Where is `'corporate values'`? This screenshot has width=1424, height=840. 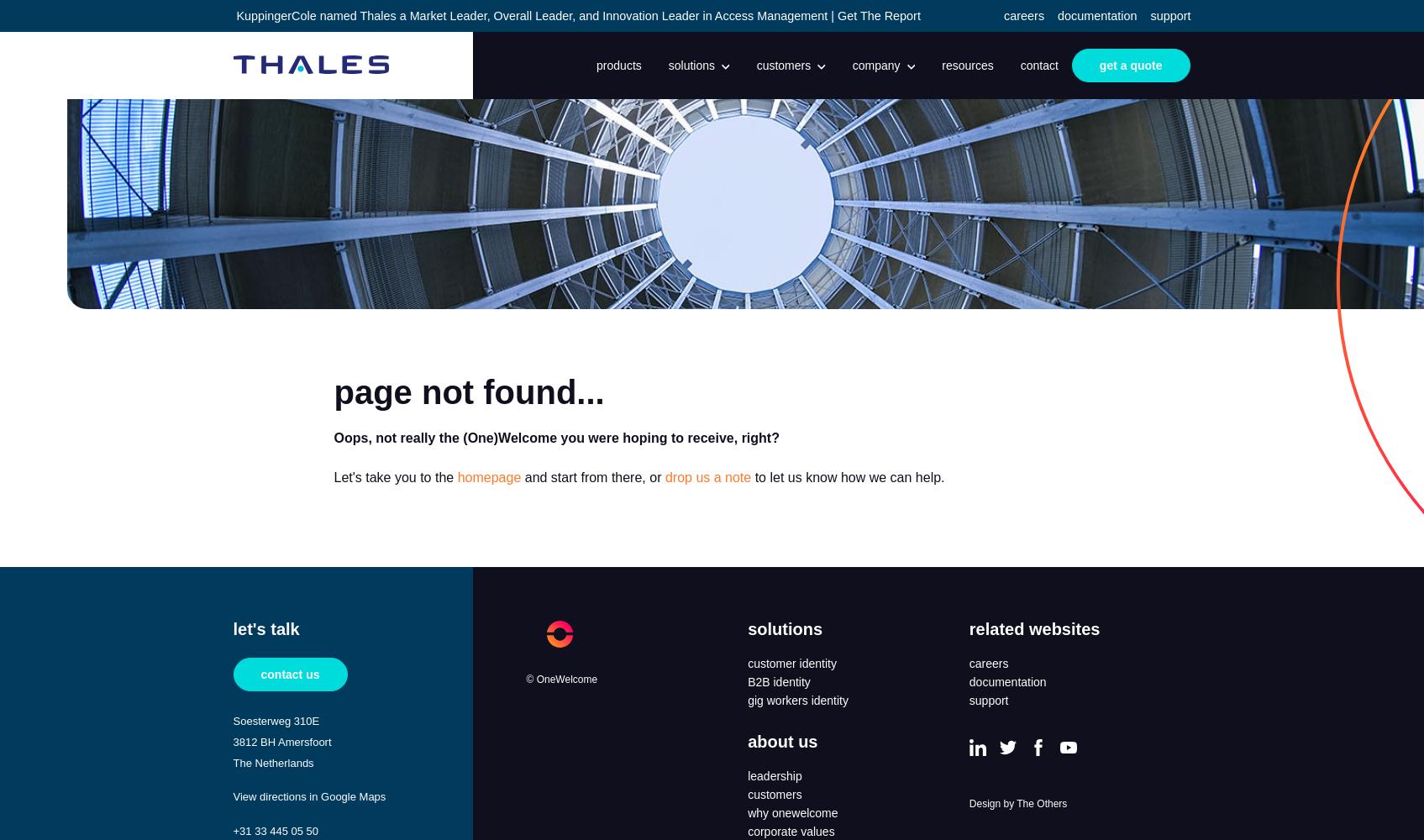
'corporate values' is located at coordinates (791, 831).